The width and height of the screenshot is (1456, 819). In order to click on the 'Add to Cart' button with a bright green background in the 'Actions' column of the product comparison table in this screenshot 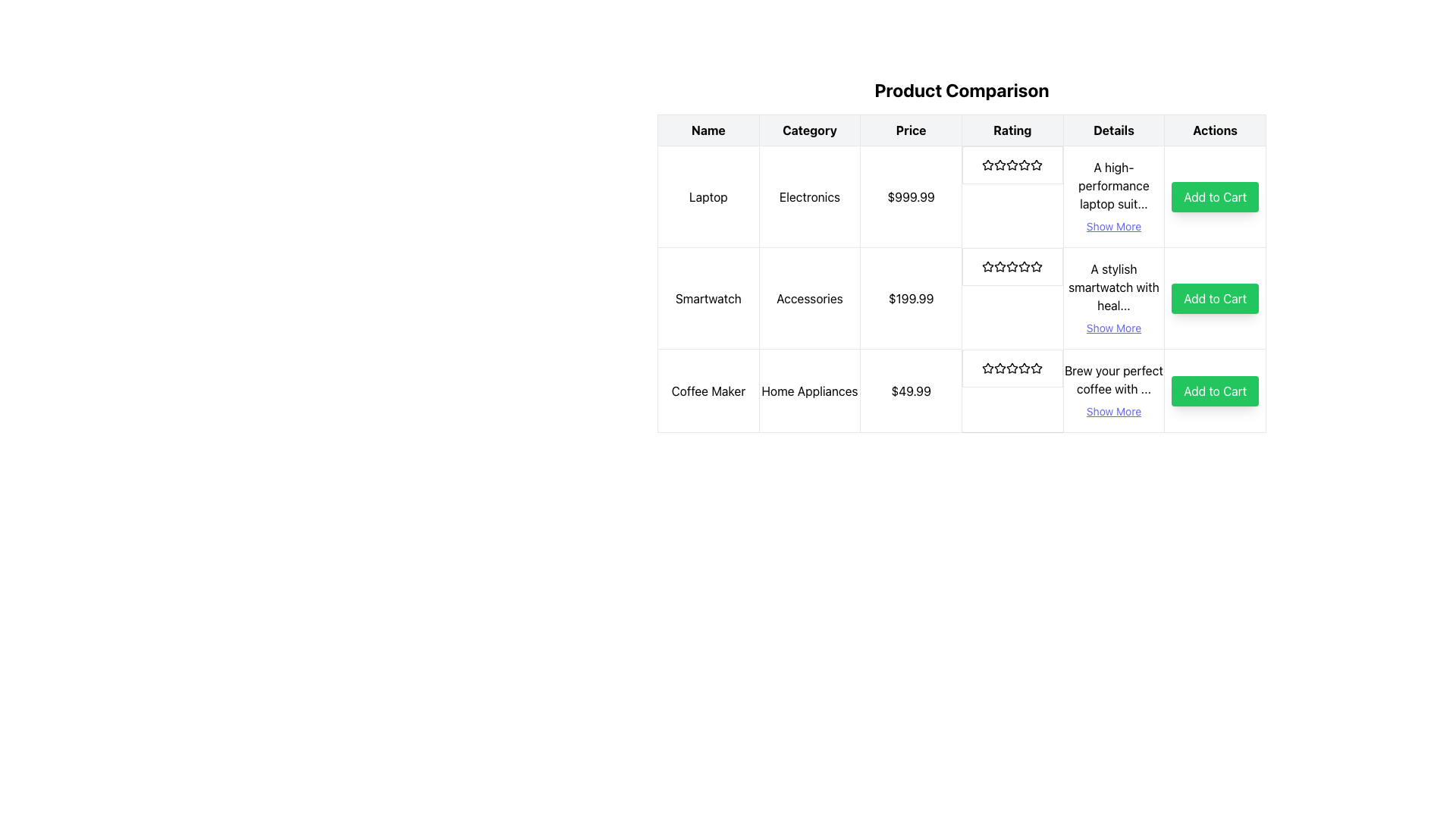, I will do `click(1215, 196)`.